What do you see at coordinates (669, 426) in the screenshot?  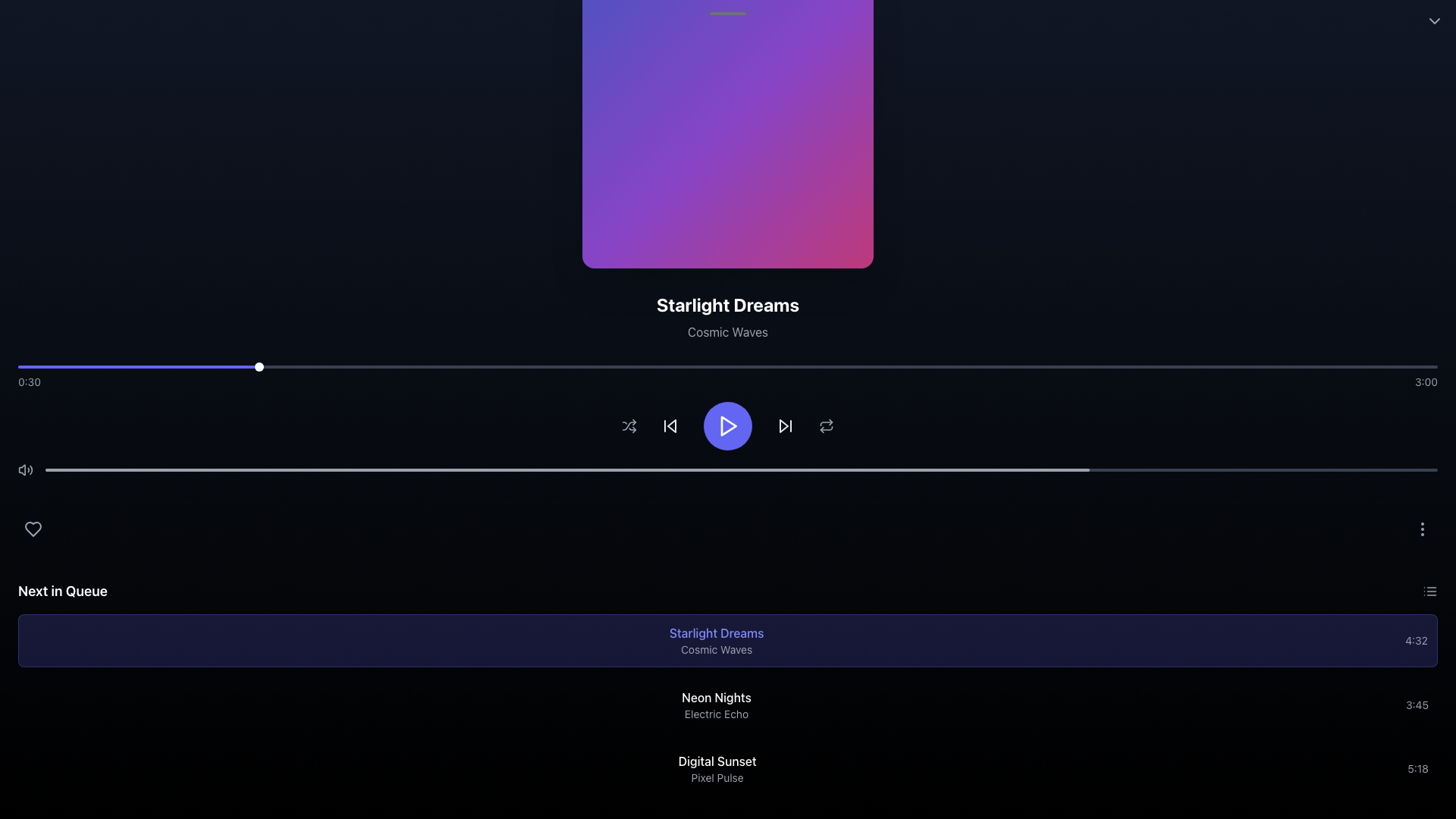 I see `the backward-skip icon button, which is a triangular shape pointing left and located to the left of the central play button in the media control panel, to observe any visual state changes` at bounding box center [669, 426].